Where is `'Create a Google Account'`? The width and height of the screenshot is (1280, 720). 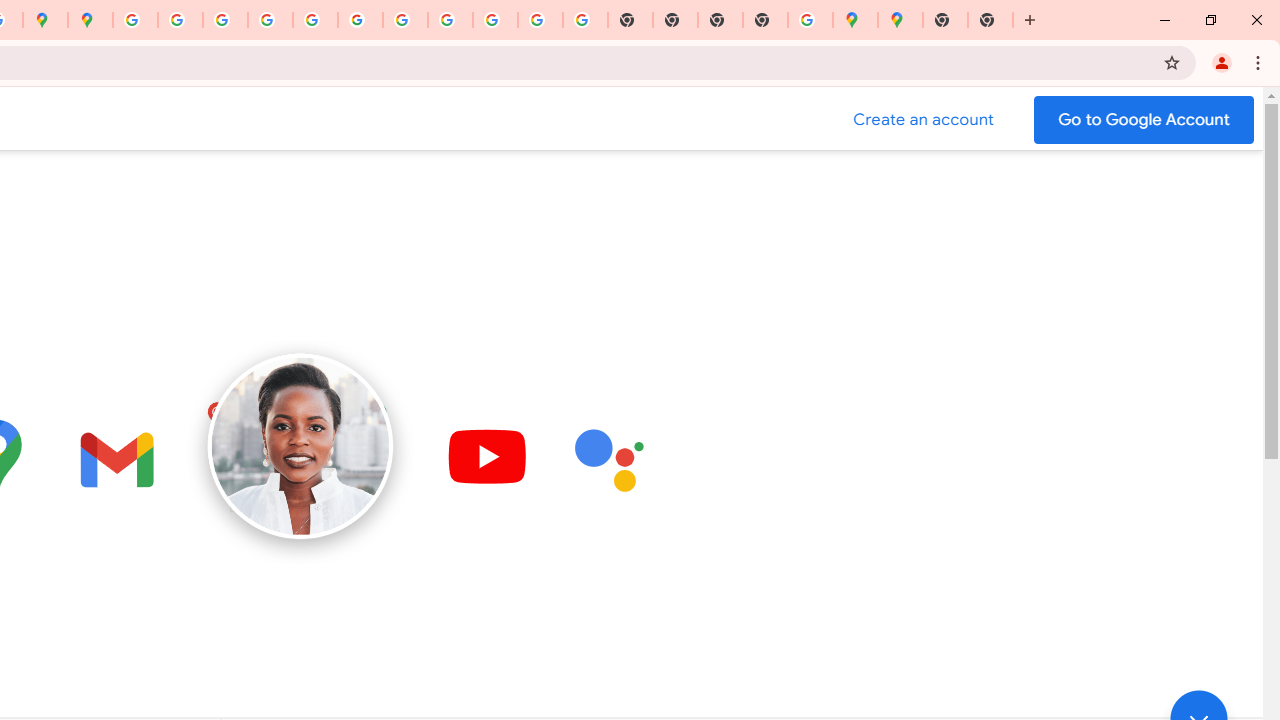
'Create a Google Account' is located at coordinates (923, 119).